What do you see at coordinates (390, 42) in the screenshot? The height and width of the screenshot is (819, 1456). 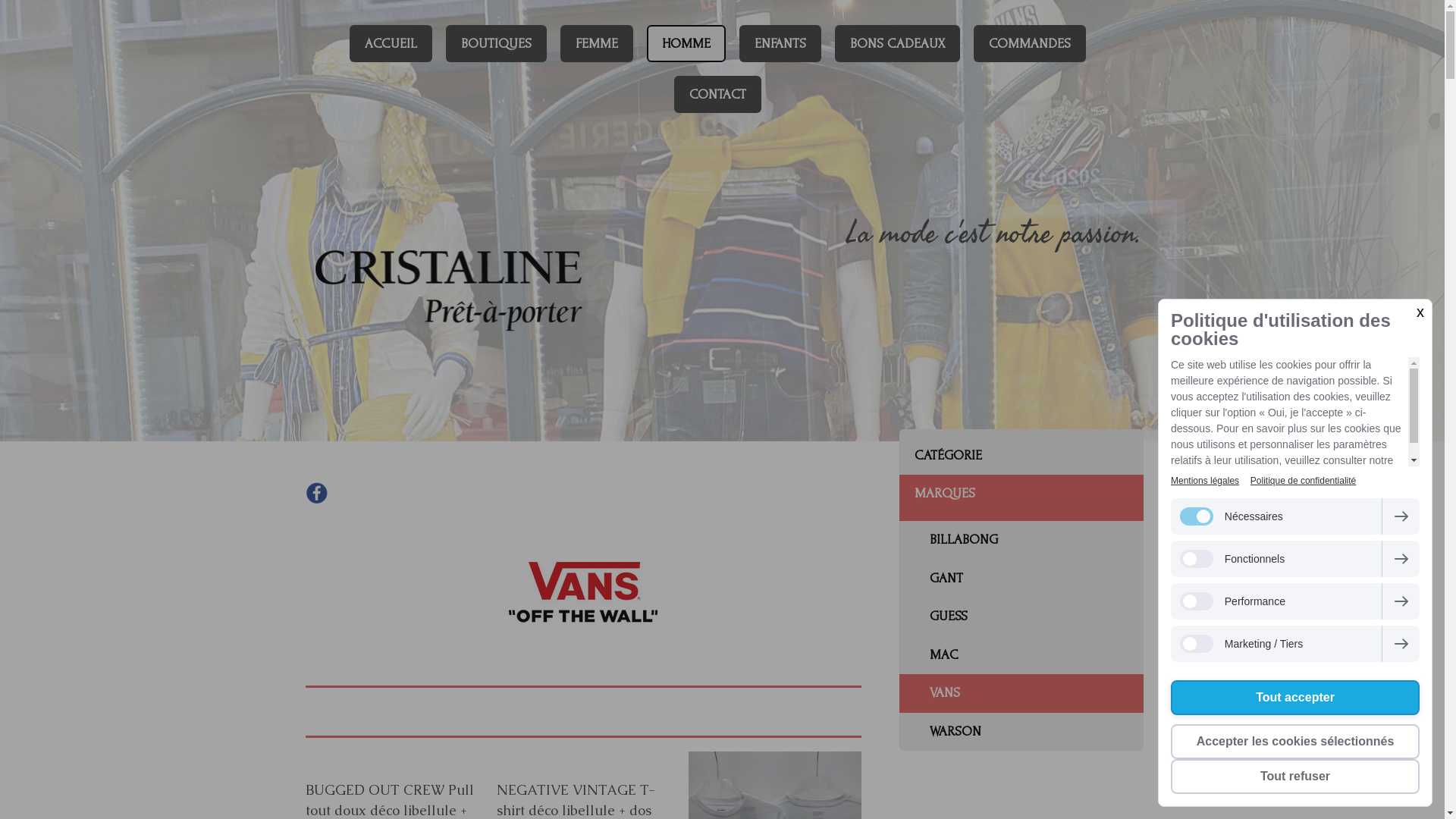 I see `'ACCUEIL'` at bounding box center [390, 42].